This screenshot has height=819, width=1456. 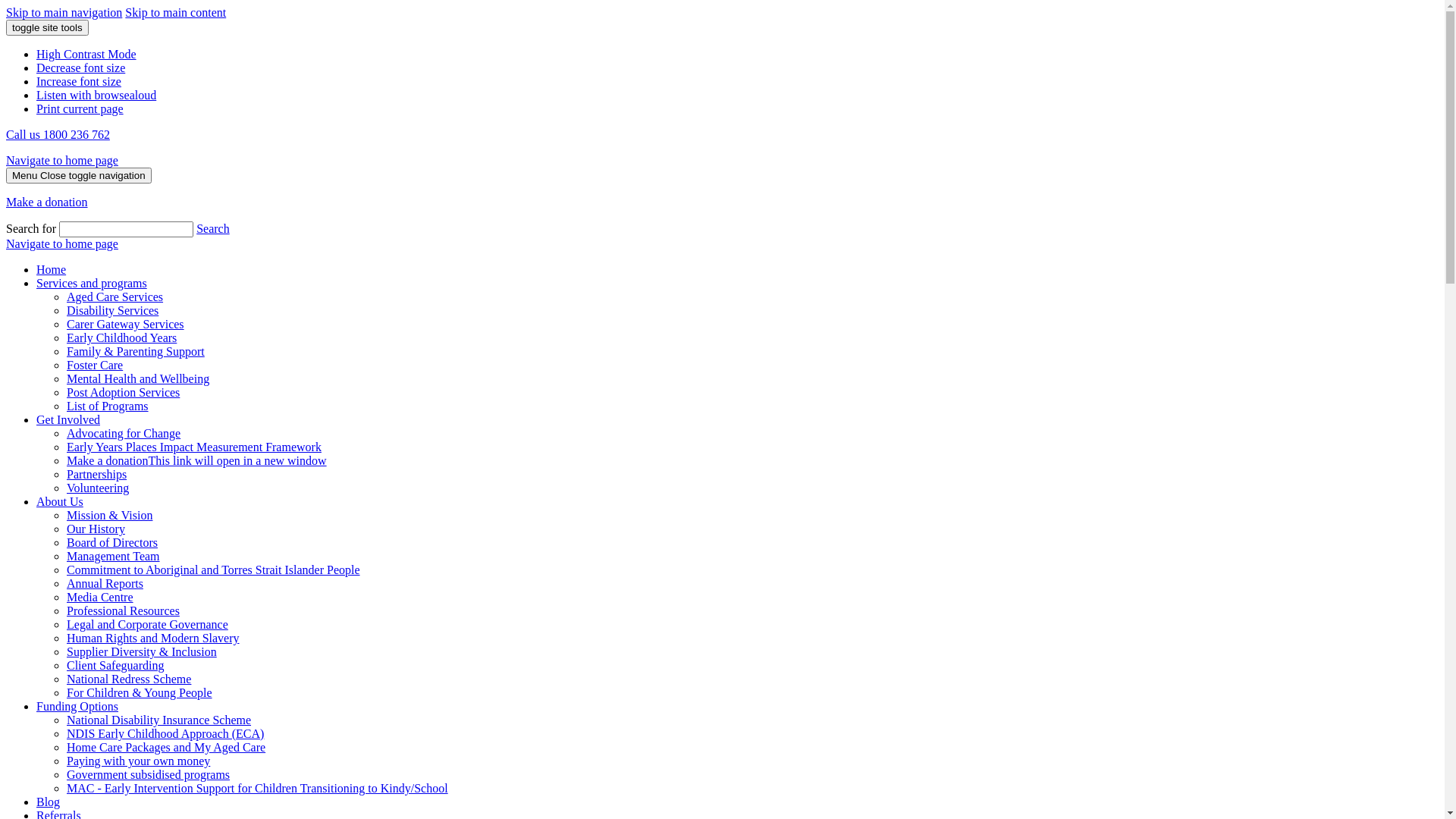 I want to click on 'Media Centre', so click(x=99, y=596).